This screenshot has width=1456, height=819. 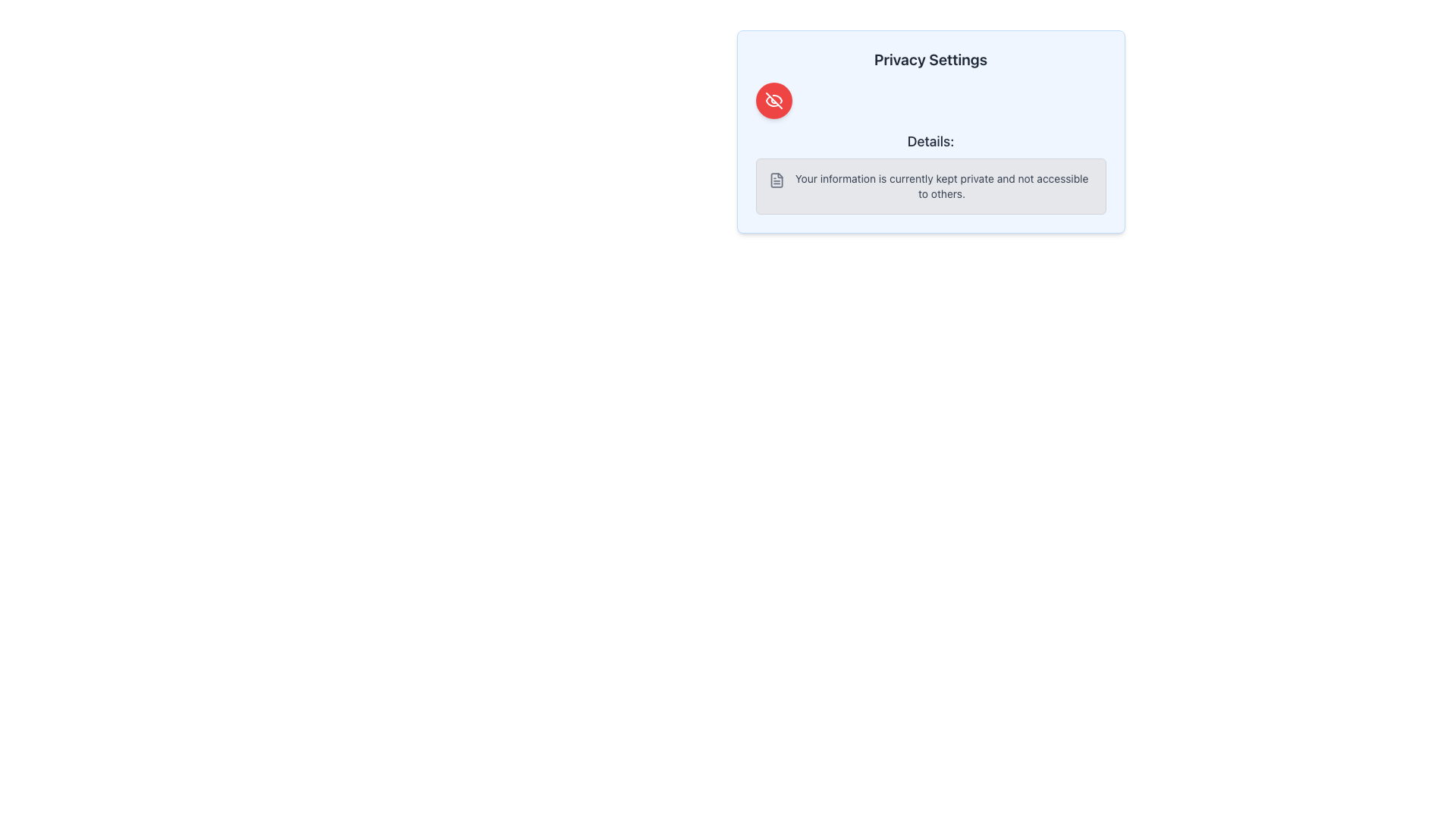 I want to click on the icon button located within the circular button near the top left corner of the 'Privacy Settings' card, so click(x=773, y=100).